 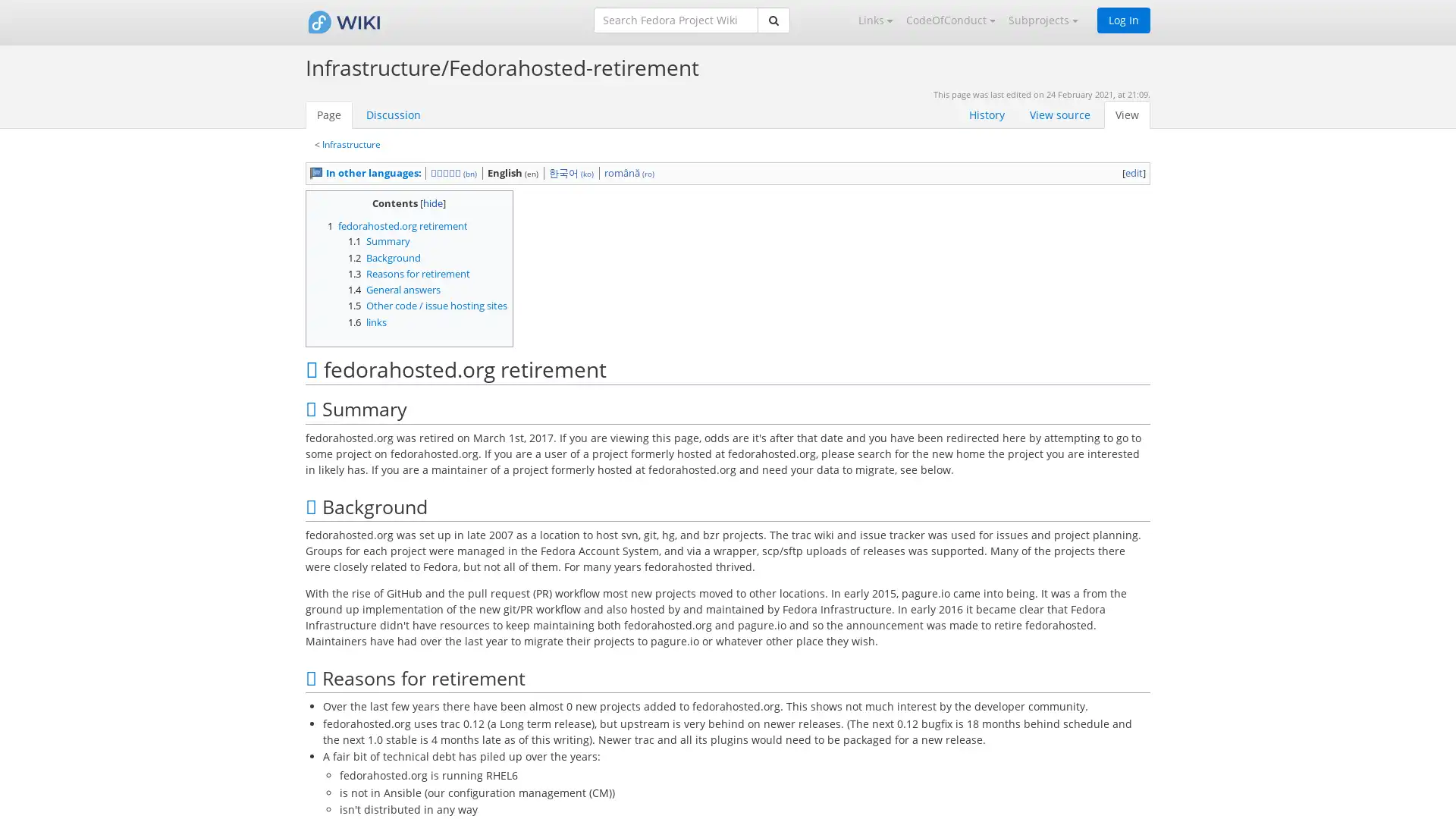 What do you see at coordinates (951, 20) in the screenshot?
I see `CodeOfConduct` at bounding box center [951, 20].